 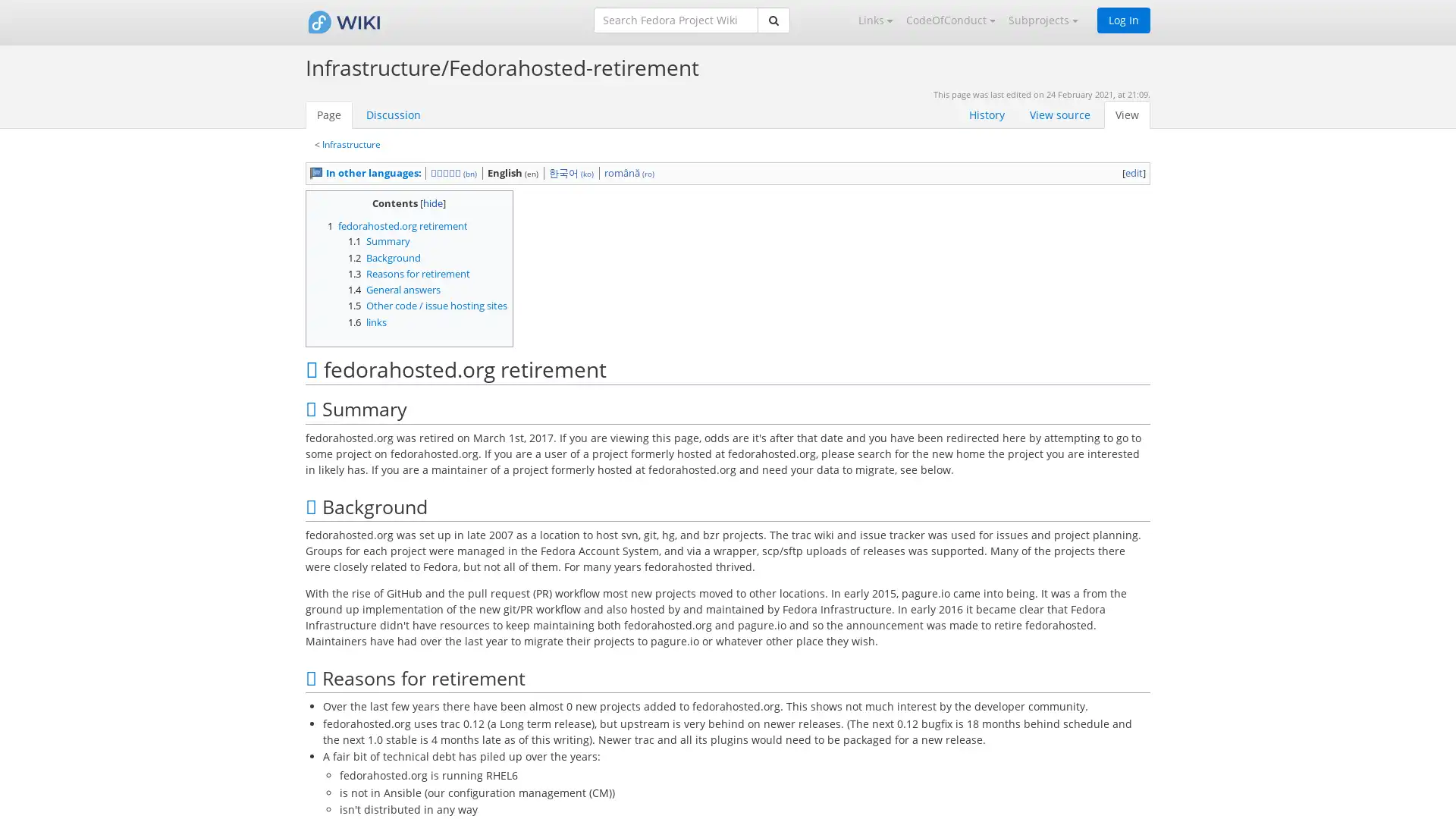 What do you see at coordinates (951, 20) in the screenshot?
I see `CodeOfConduct` at bounding box center [951, 20].